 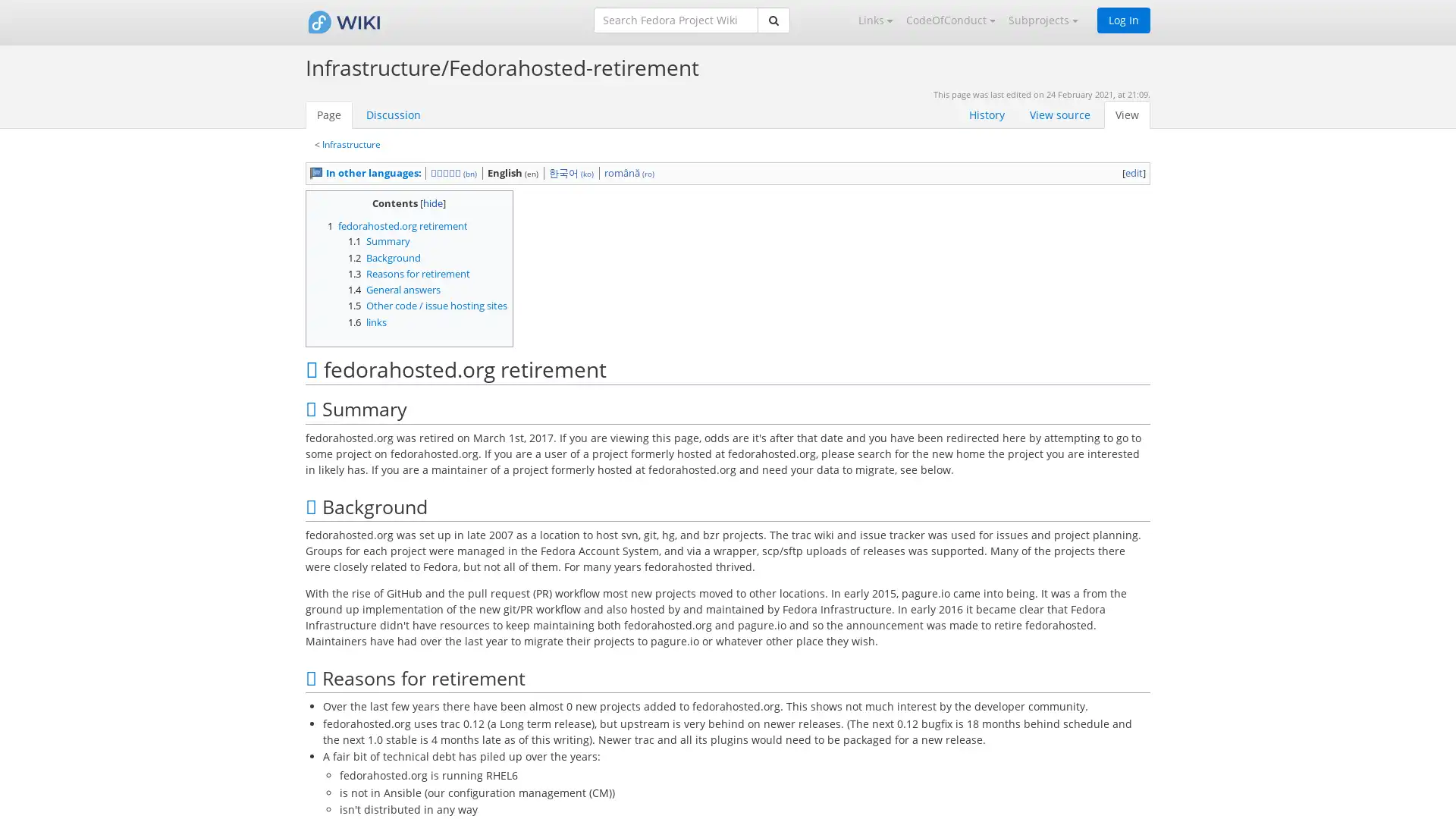 What do you see at coordinates (951, 20) in the screenshot?
I see `CodeOfConduct` at bounding box center [951, 20].